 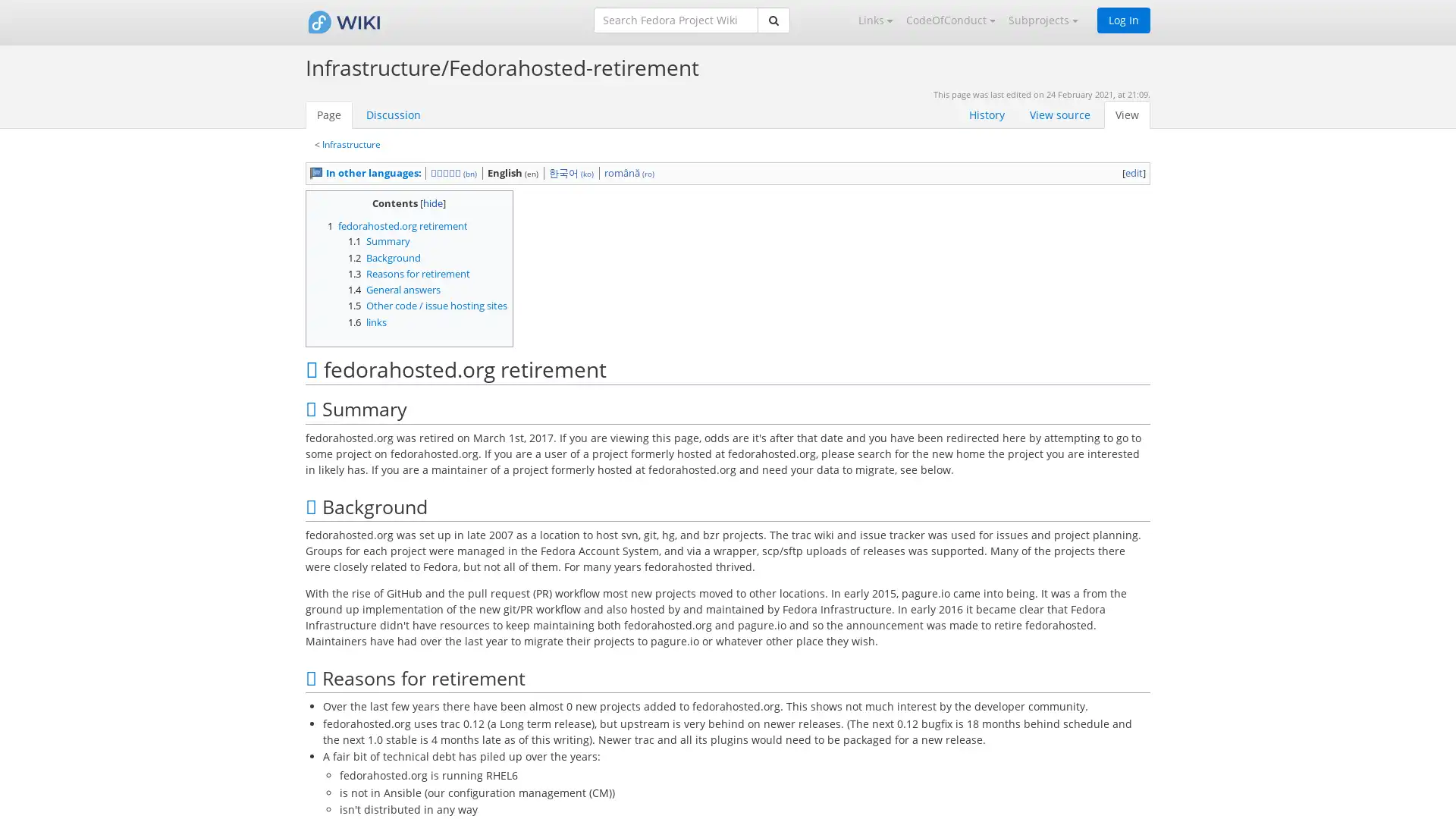 What do you see at coordinates (951, 20) in the screenshot?
I see `CodeOfConduct` at bounding box center [951, 20].